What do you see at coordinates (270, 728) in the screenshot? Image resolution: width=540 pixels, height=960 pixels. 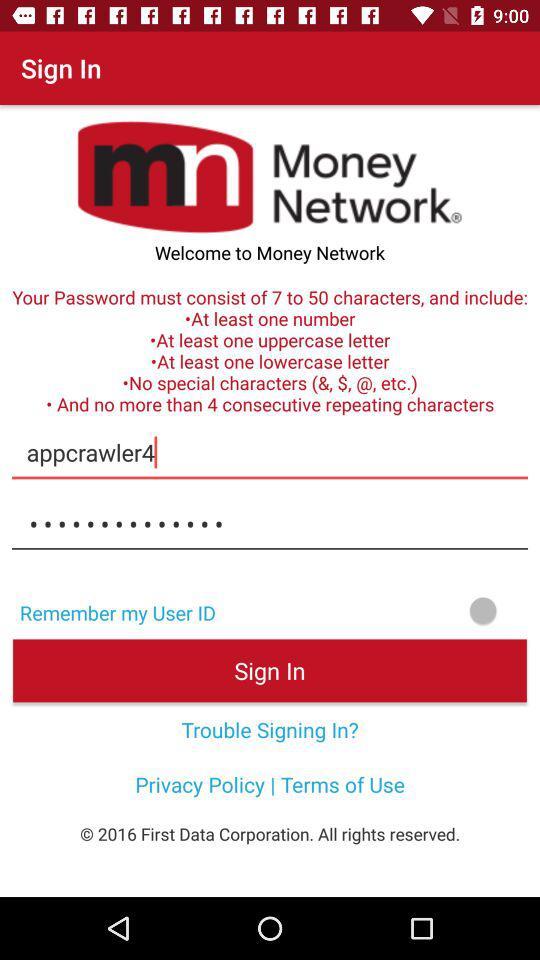 I see `item below sign in item` at bounding box center [270, 728].